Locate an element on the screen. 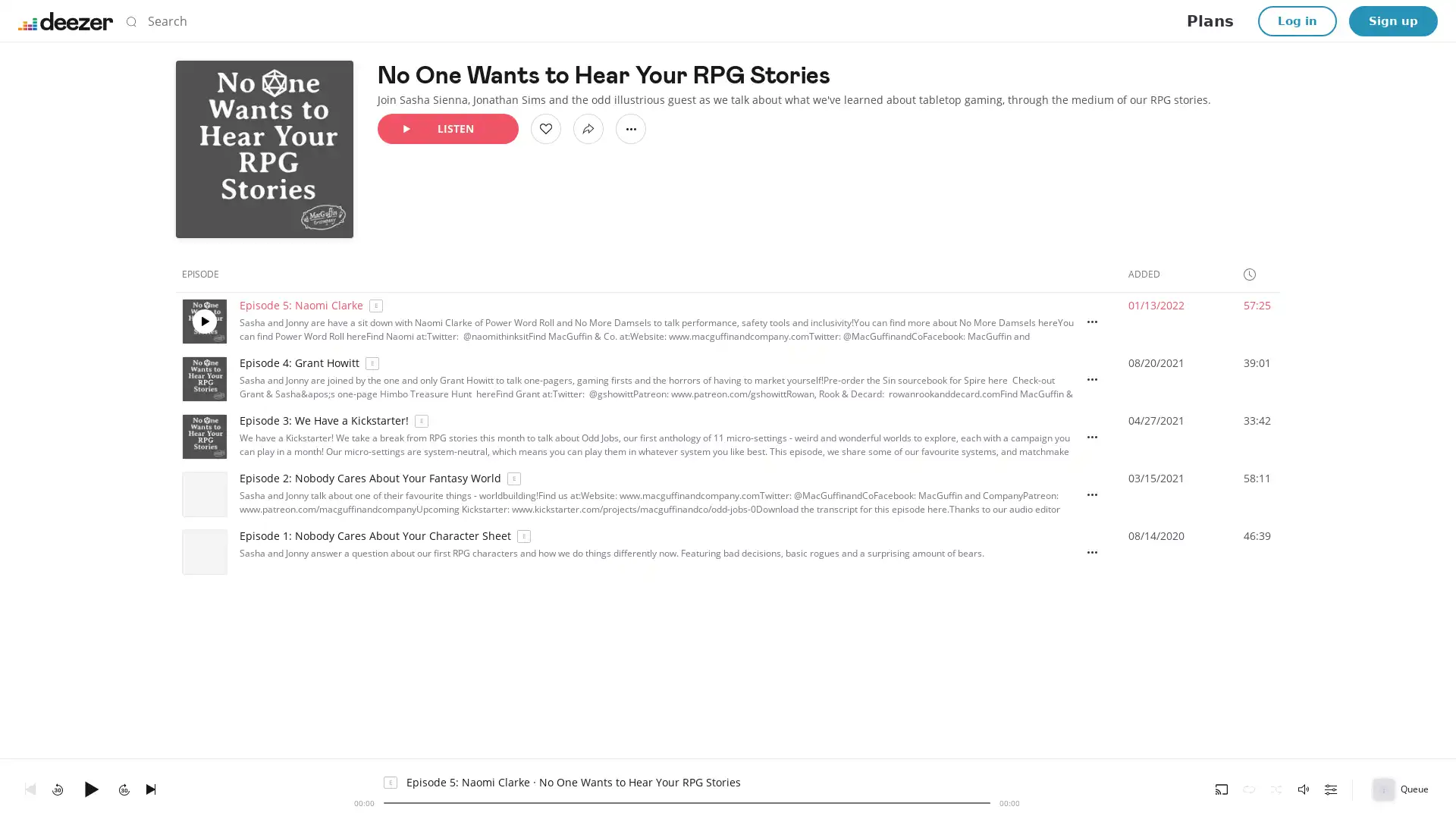 This screenshot has height=819, width=1456. Back is located at coordinates (30, 788).